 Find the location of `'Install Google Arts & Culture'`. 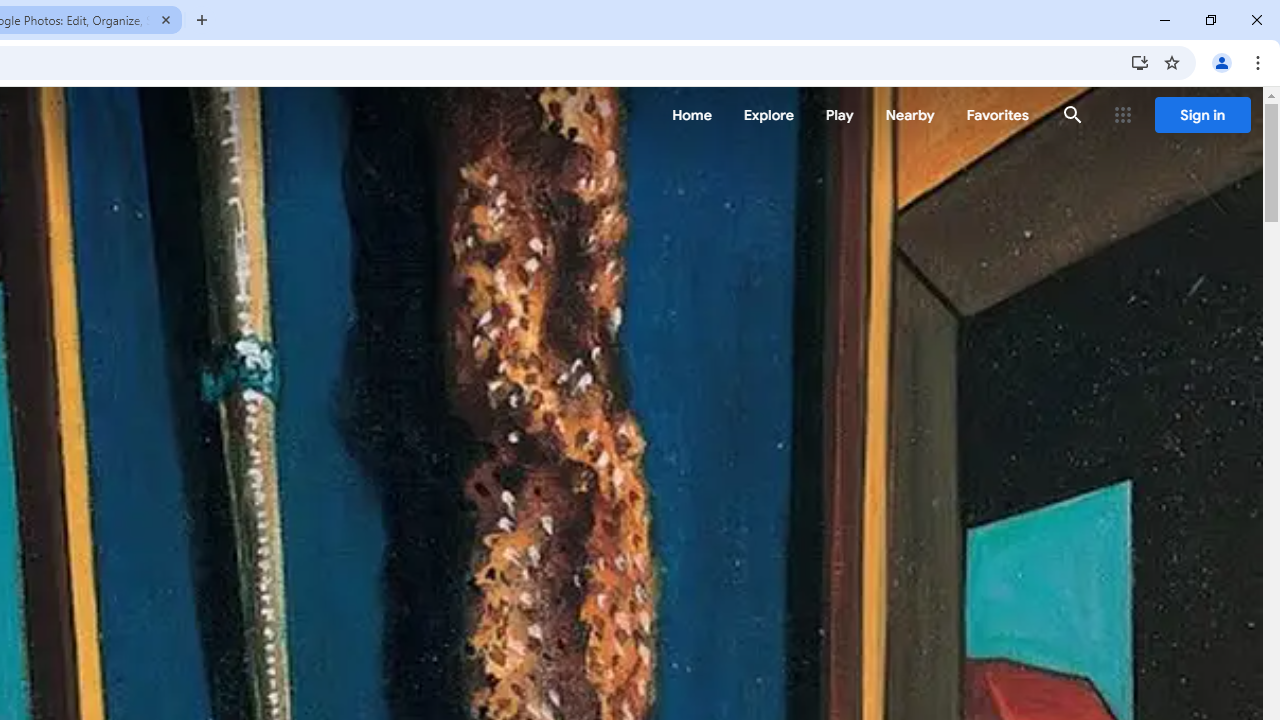

'Install Google Arts & Culture' is located at coordinates (1139, 61).